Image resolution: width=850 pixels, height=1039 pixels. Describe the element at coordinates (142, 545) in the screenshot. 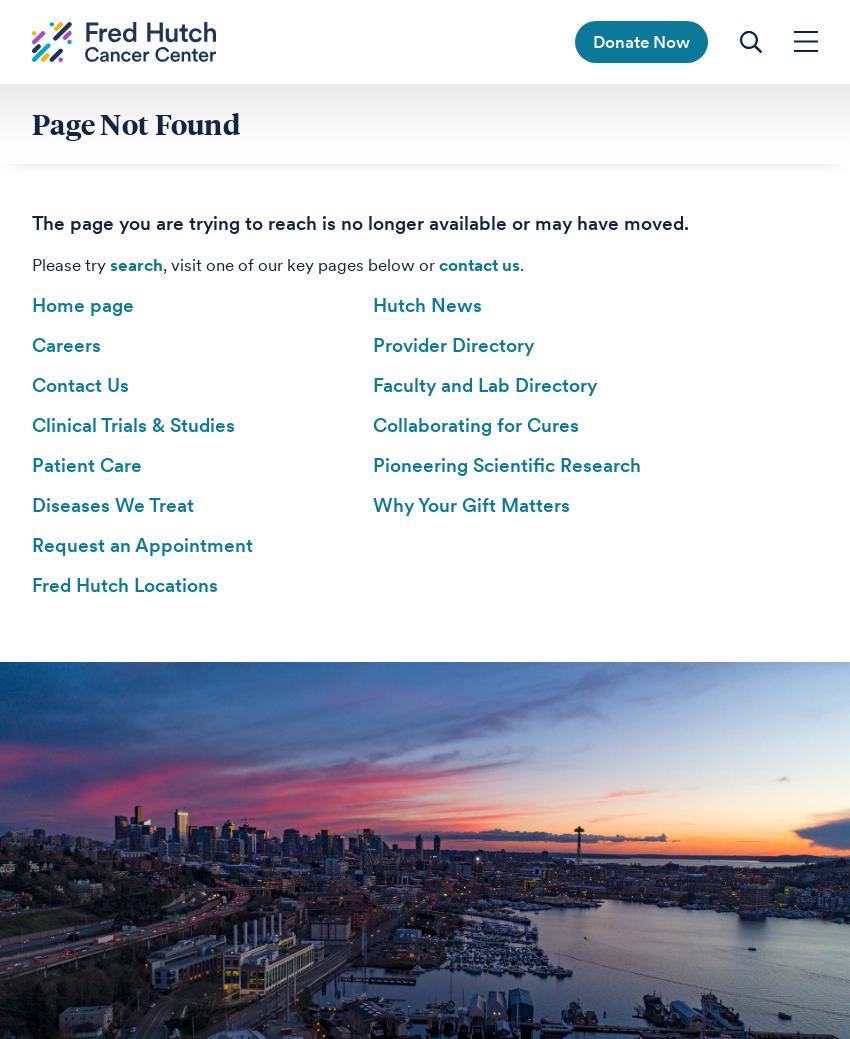

I see `'Request an Appointment'` at that location.